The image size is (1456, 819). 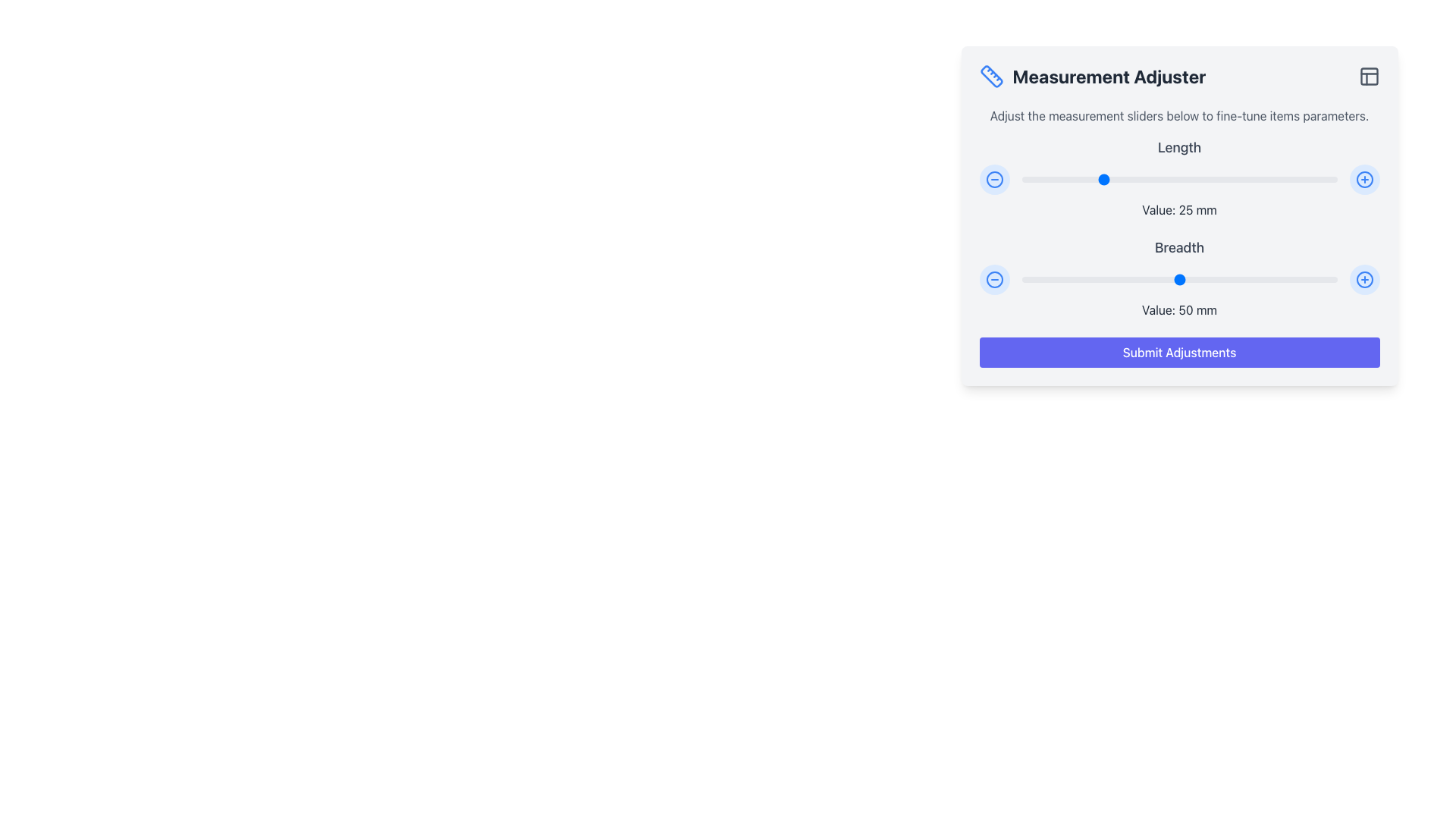 I want to click on the length adjustment slider, so click(x=1141, y=178).